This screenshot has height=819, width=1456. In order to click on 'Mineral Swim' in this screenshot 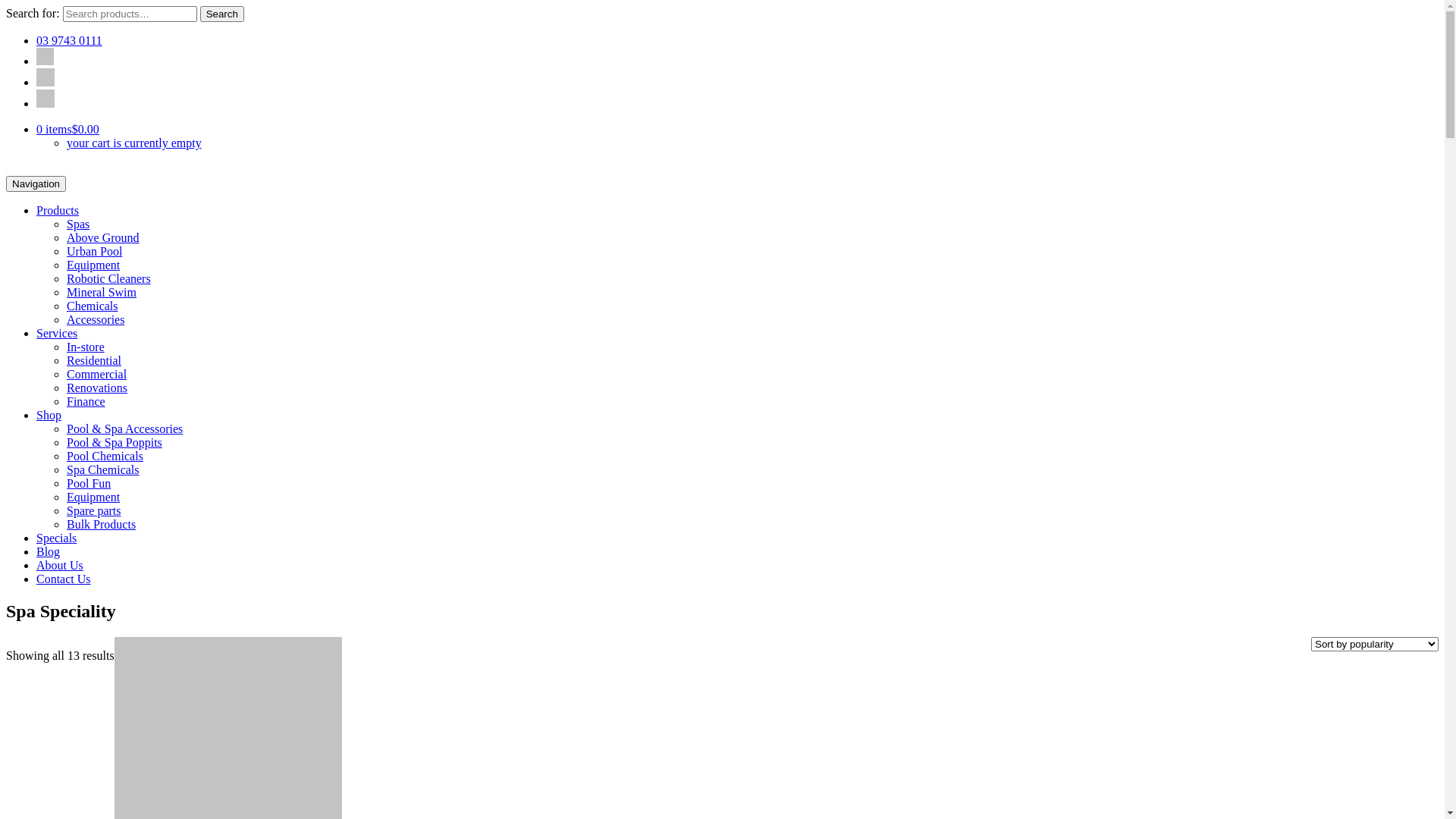, I will do `click(101, 292)`.